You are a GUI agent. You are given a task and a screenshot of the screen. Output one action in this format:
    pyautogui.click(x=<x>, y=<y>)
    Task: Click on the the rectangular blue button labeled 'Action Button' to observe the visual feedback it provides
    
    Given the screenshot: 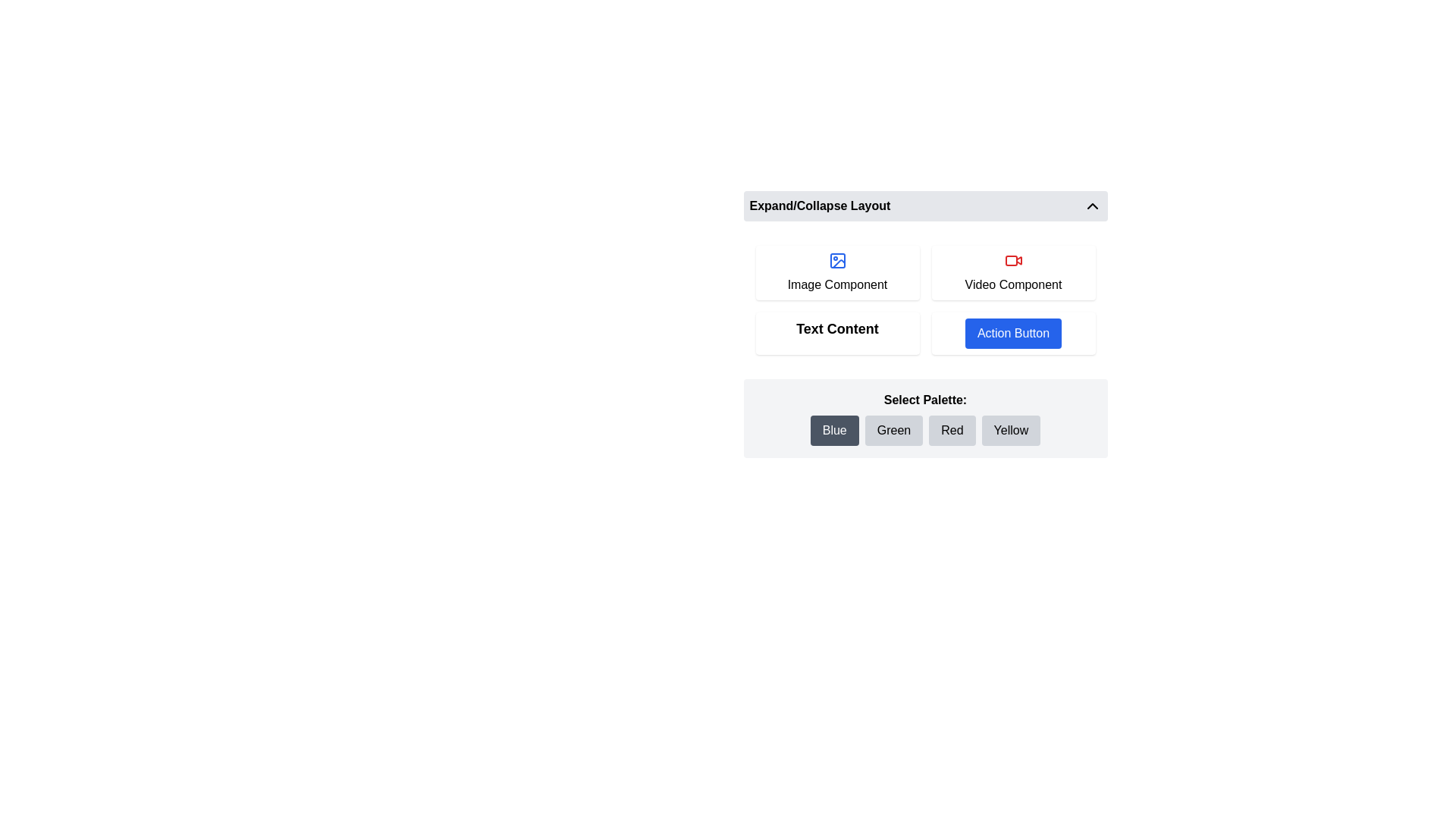 What is the action you would take?
    pyautogui.click(x=1013, y=332)
    